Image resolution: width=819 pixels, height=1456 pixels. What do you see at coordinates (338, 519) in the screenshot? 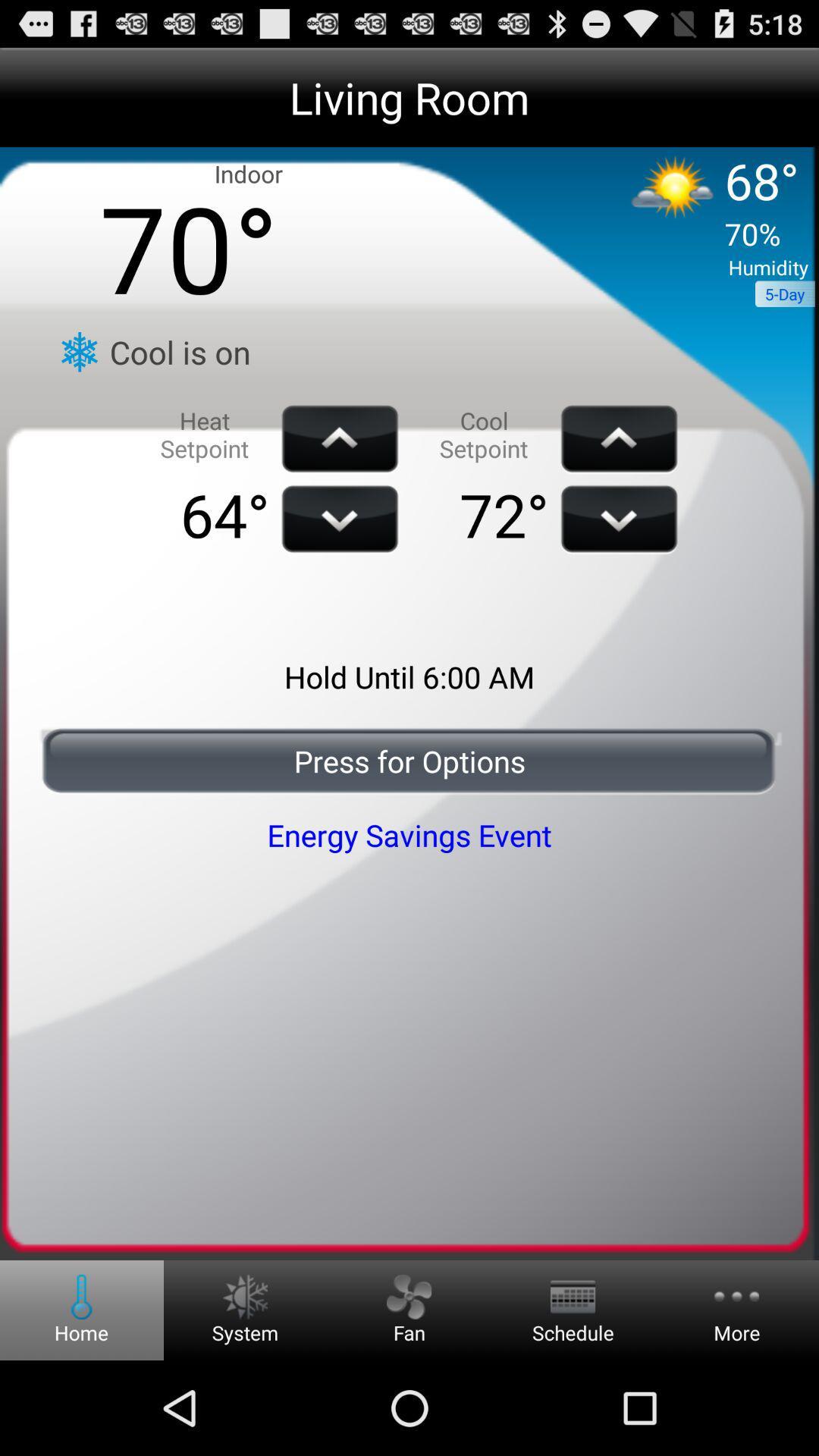
I see `the down scroll which is right of 64 degree` at bounding box center [338, 519].